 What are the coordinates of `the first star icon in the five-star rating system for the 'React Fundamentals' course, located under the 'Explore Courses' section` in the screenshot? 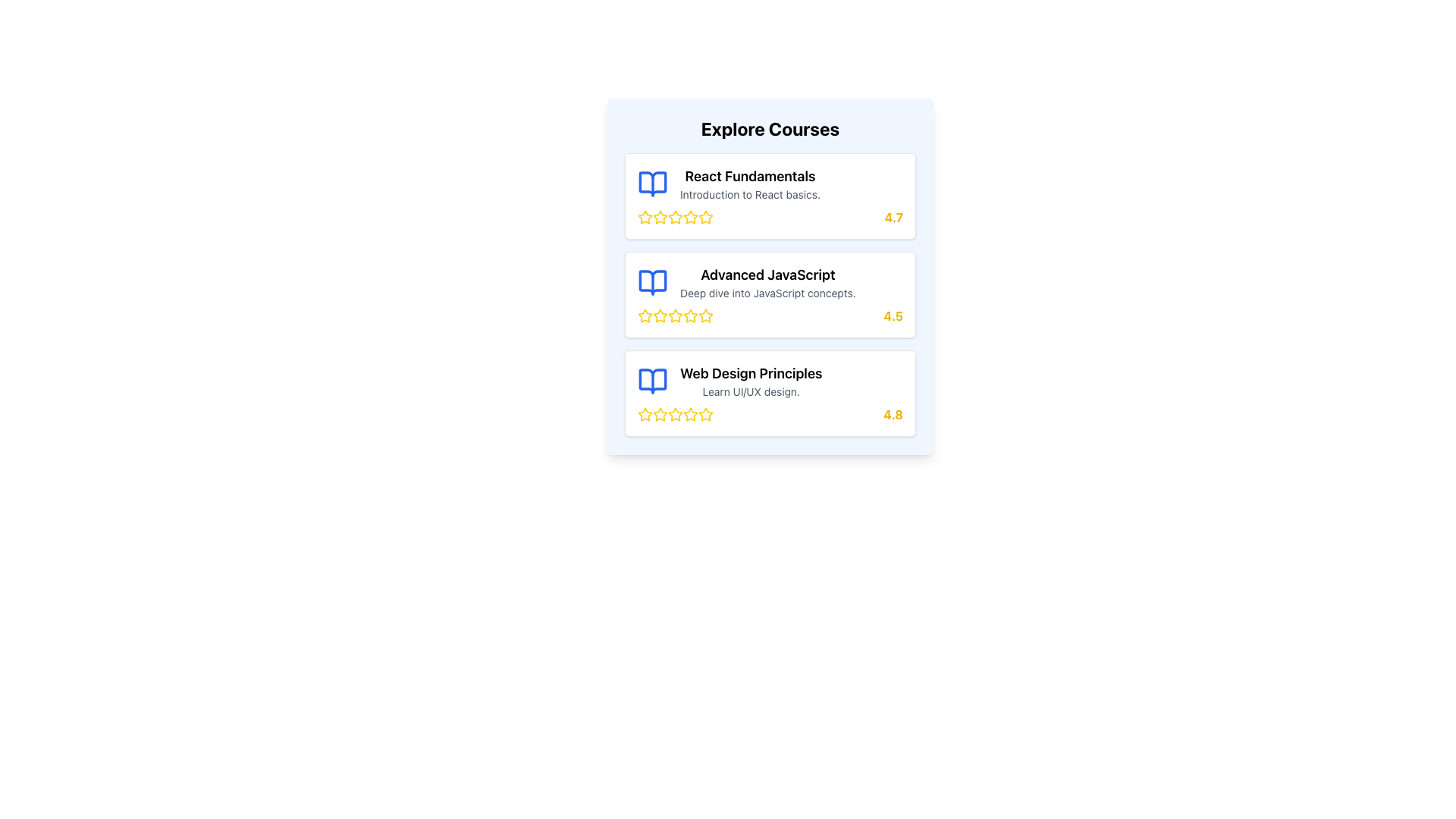 It's located at (705, 217).